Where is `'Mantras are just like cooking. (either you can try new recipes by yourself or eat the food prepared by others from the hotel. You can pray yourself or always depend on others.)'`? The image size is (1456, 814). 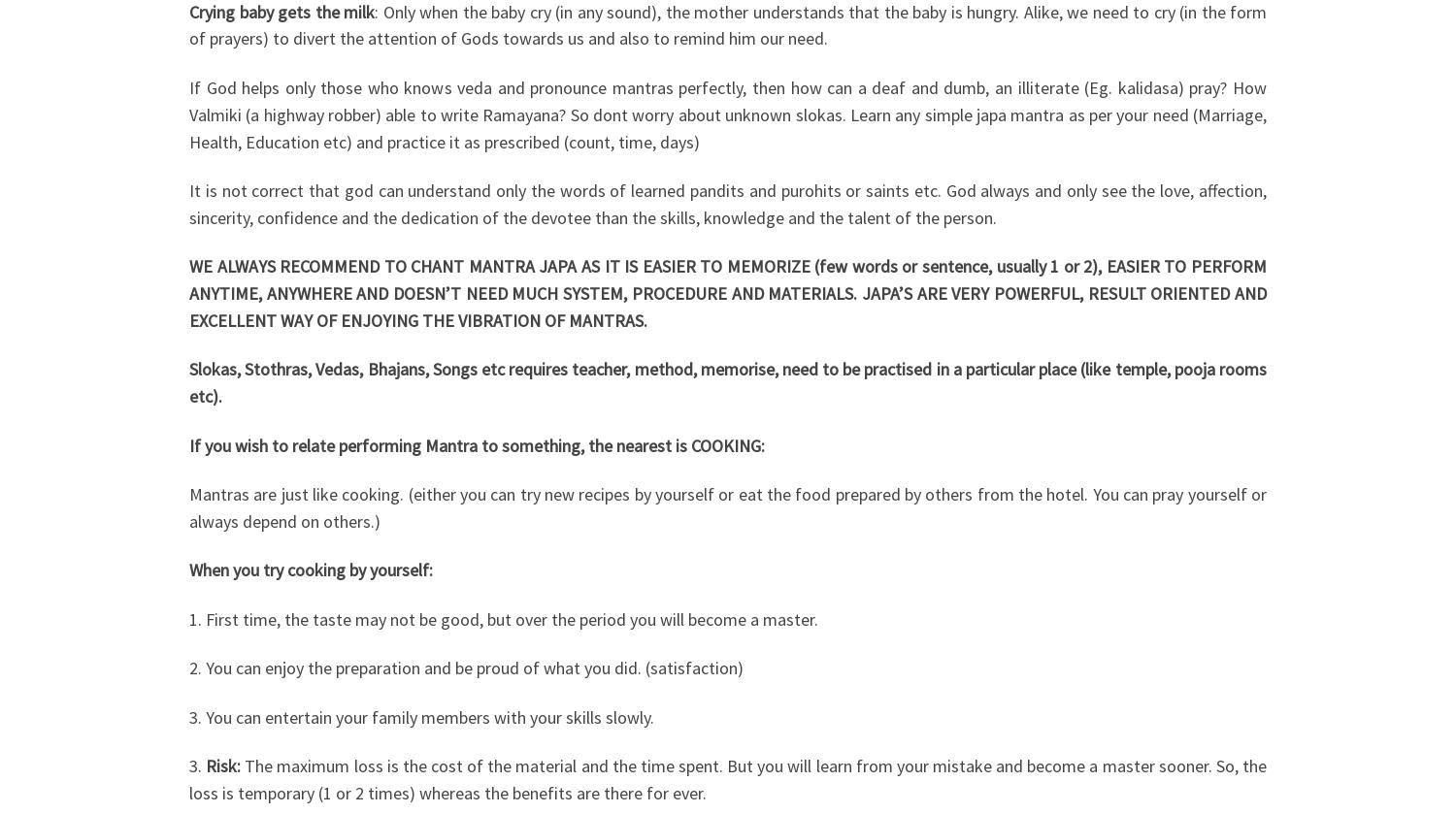
'Mantras are just like cooking. (either you can try new recipes by yourself or eat the food prepared by others from the hotel. You can pray yourself or always depend on others.)' is located at coordinates (728, 506).